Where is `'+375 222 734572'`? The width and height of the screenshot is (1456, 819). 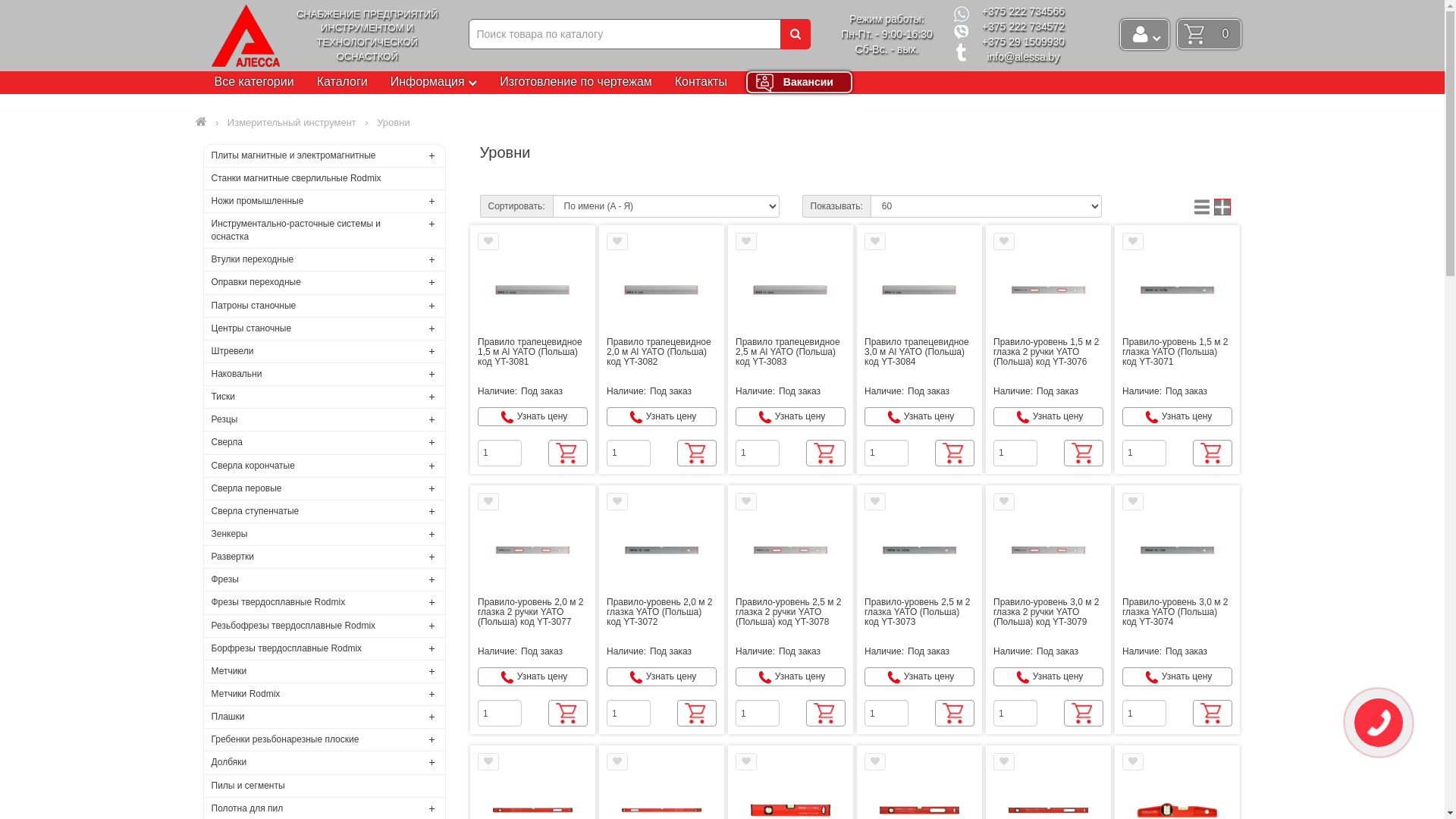 '+375 222 734572' is located at coordinates (1023, 26).